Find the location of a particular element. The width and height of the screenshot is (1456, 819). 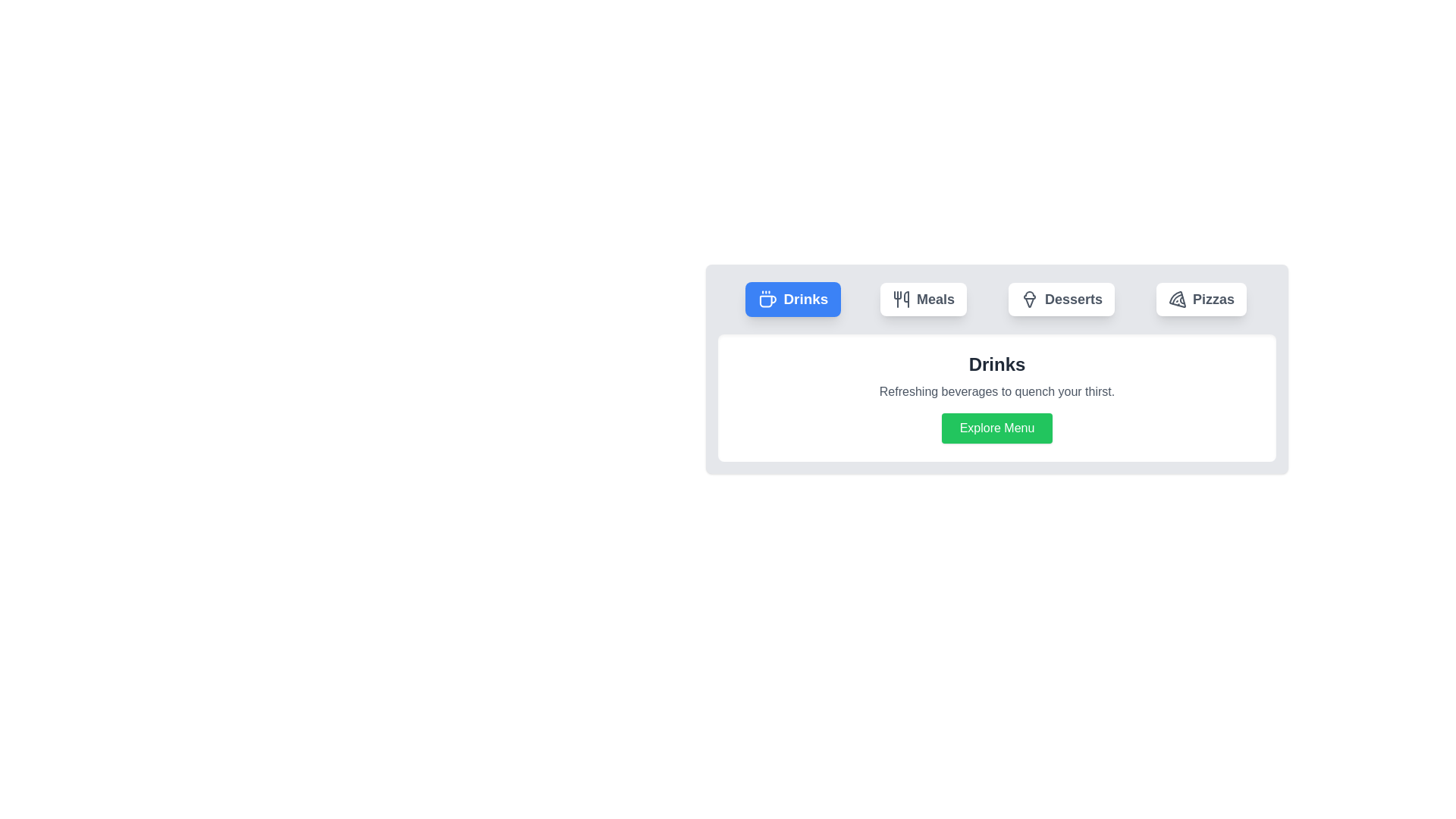

the 'Pizzas' tab button is located at coordinates (1200, 299).